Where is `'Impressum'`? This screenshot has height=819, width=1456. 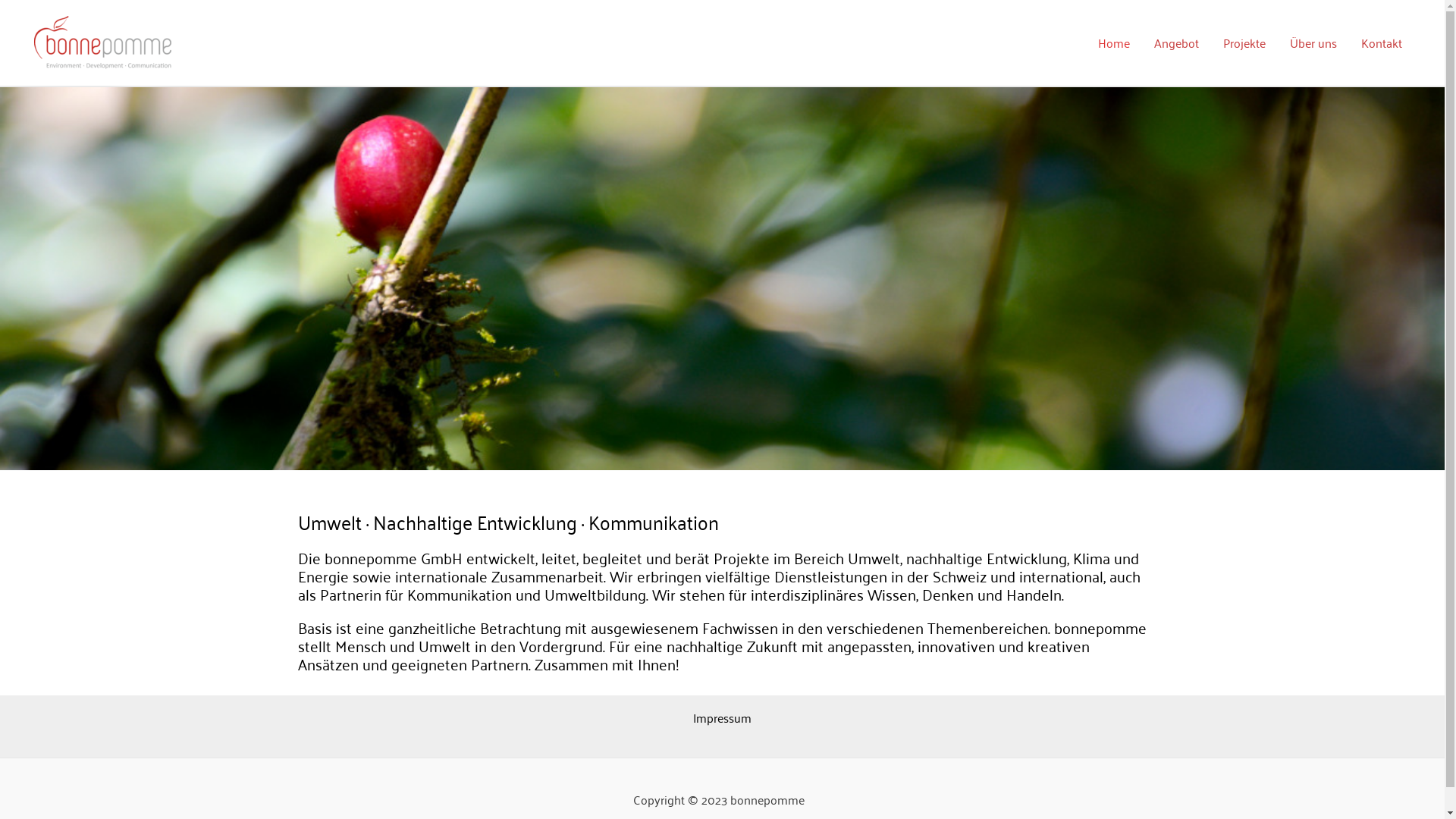 'Impressum' is located at coordinates (692, 717).